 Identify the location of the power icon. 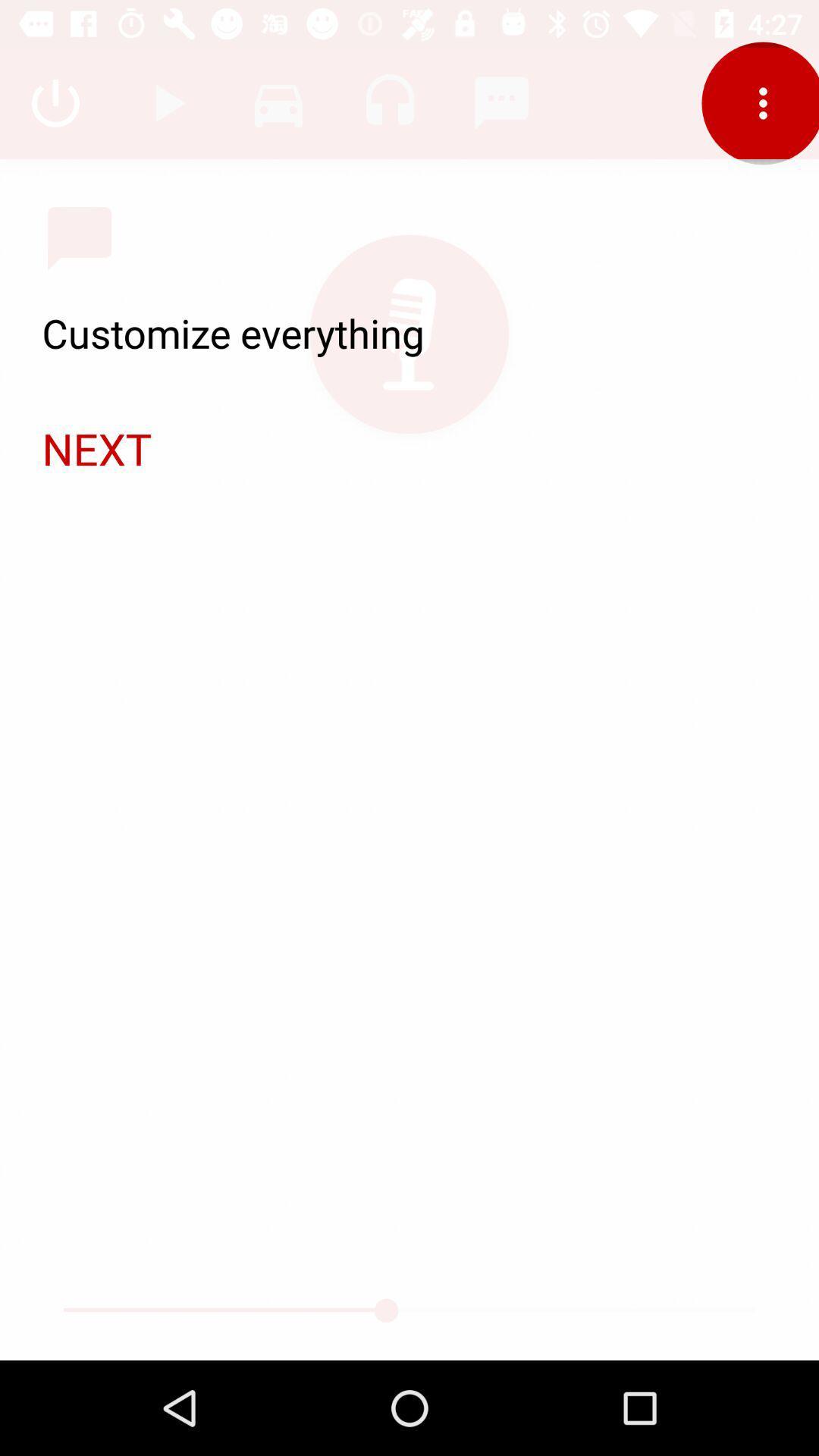
(55, 102).